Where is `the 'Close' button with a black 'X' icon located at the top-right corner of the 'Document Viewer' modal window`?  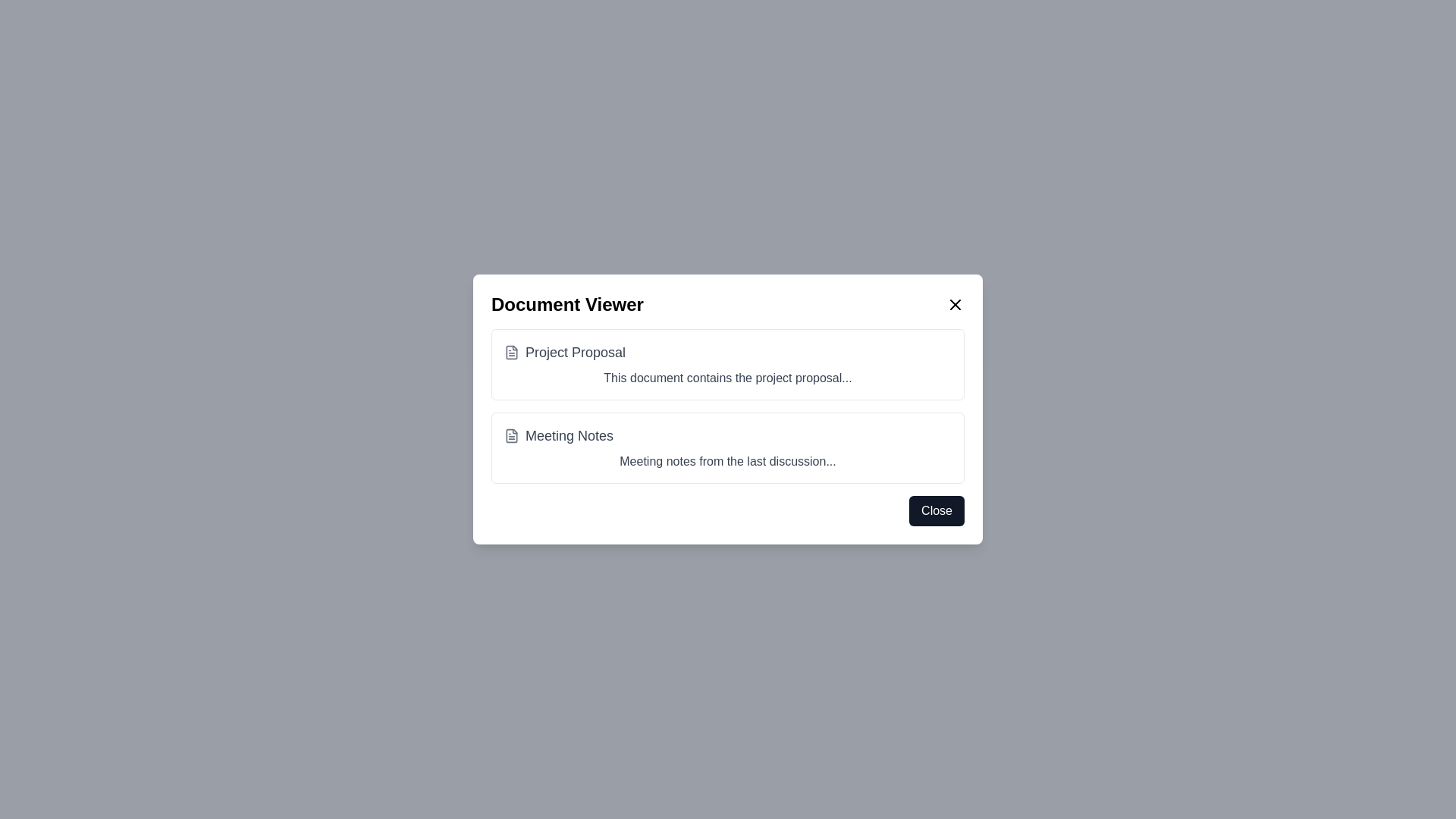
the 'Close' button with a black 'X' icon located at the top-right corner of the 'Document Viewer' modal window is located at coordinates (954, 304).